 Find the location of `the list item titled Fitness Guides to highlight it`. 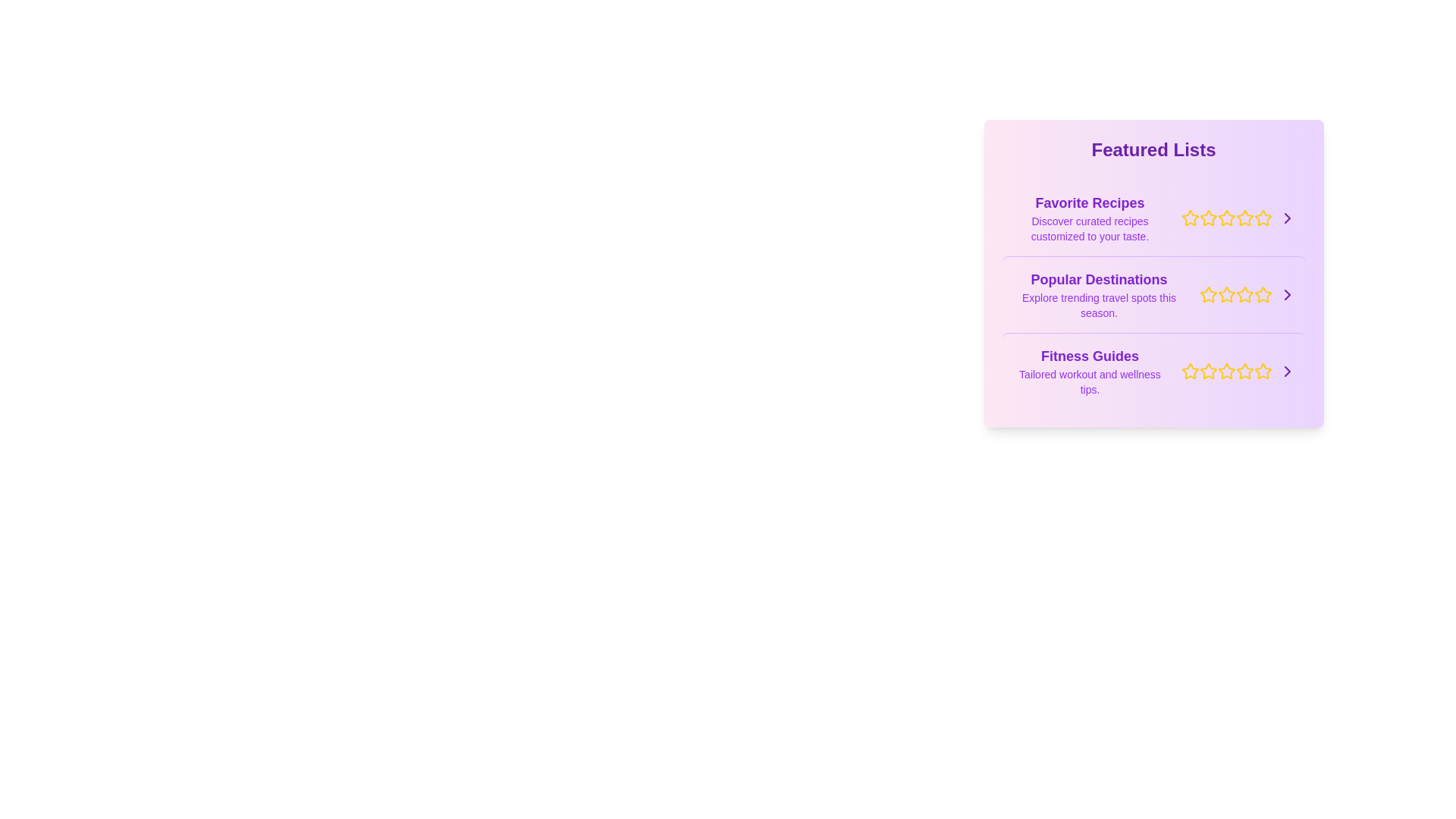

the list item titled Fitness Guides to highlight it is located at coordinates (1153, 371).